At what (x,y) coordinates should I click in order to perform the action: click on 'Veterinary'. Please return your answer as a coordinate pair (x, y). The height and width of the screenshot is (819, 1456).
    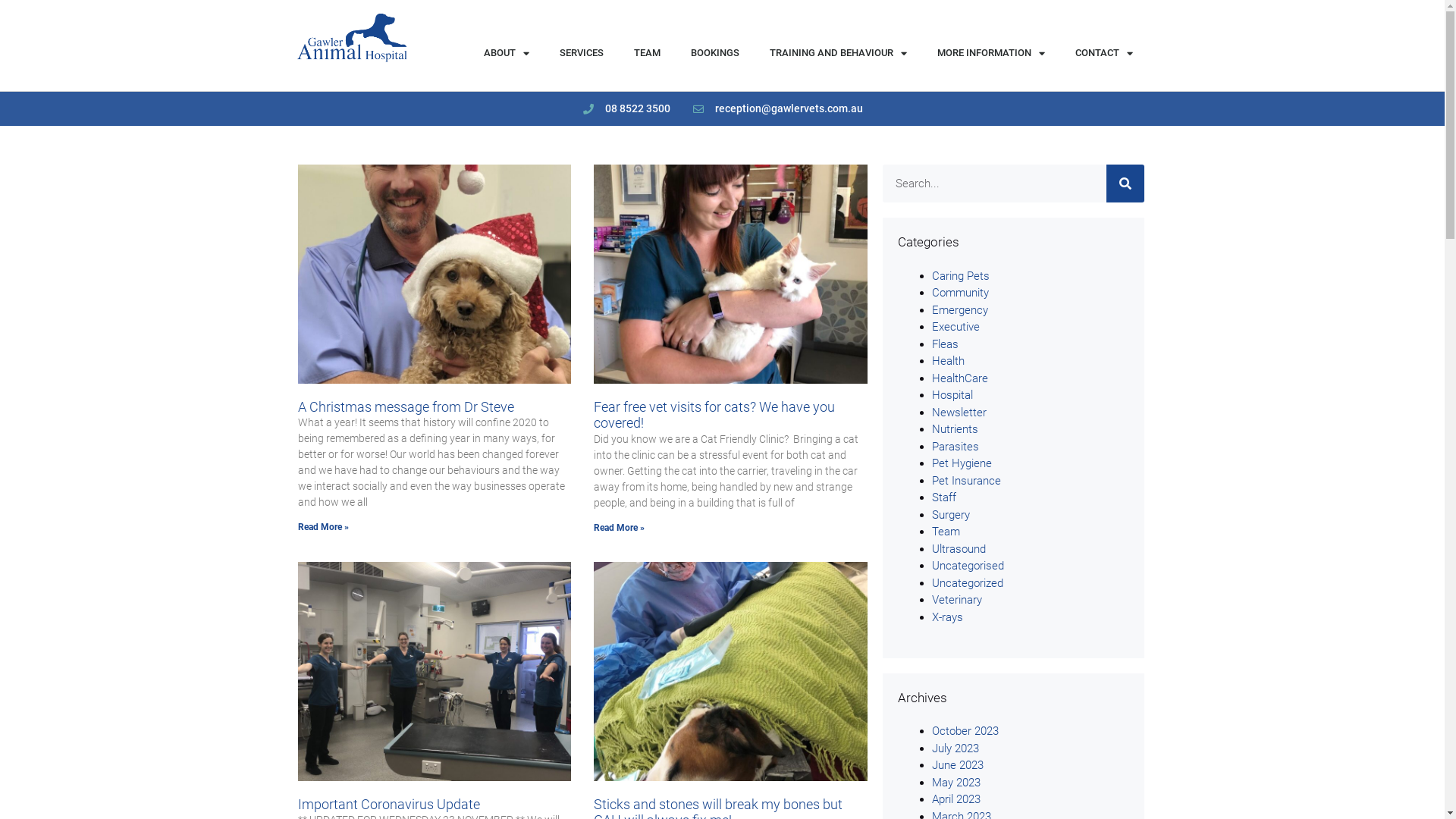
    Looking at the image, I should click on (956, 598).